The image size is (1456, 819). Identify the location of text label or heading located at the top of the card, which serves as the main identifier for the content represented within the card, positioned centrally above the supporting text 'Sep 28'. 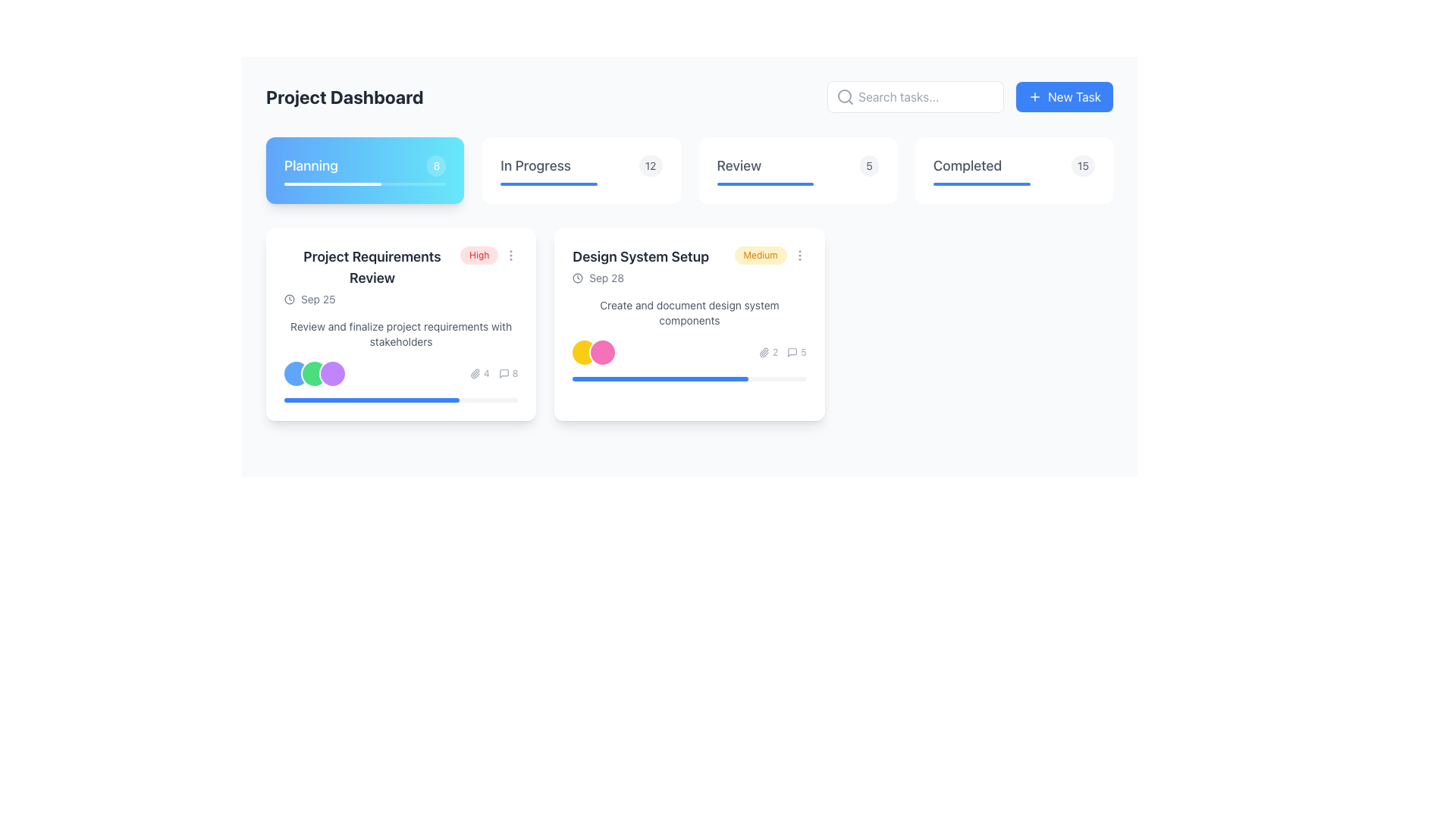
(641, 256).